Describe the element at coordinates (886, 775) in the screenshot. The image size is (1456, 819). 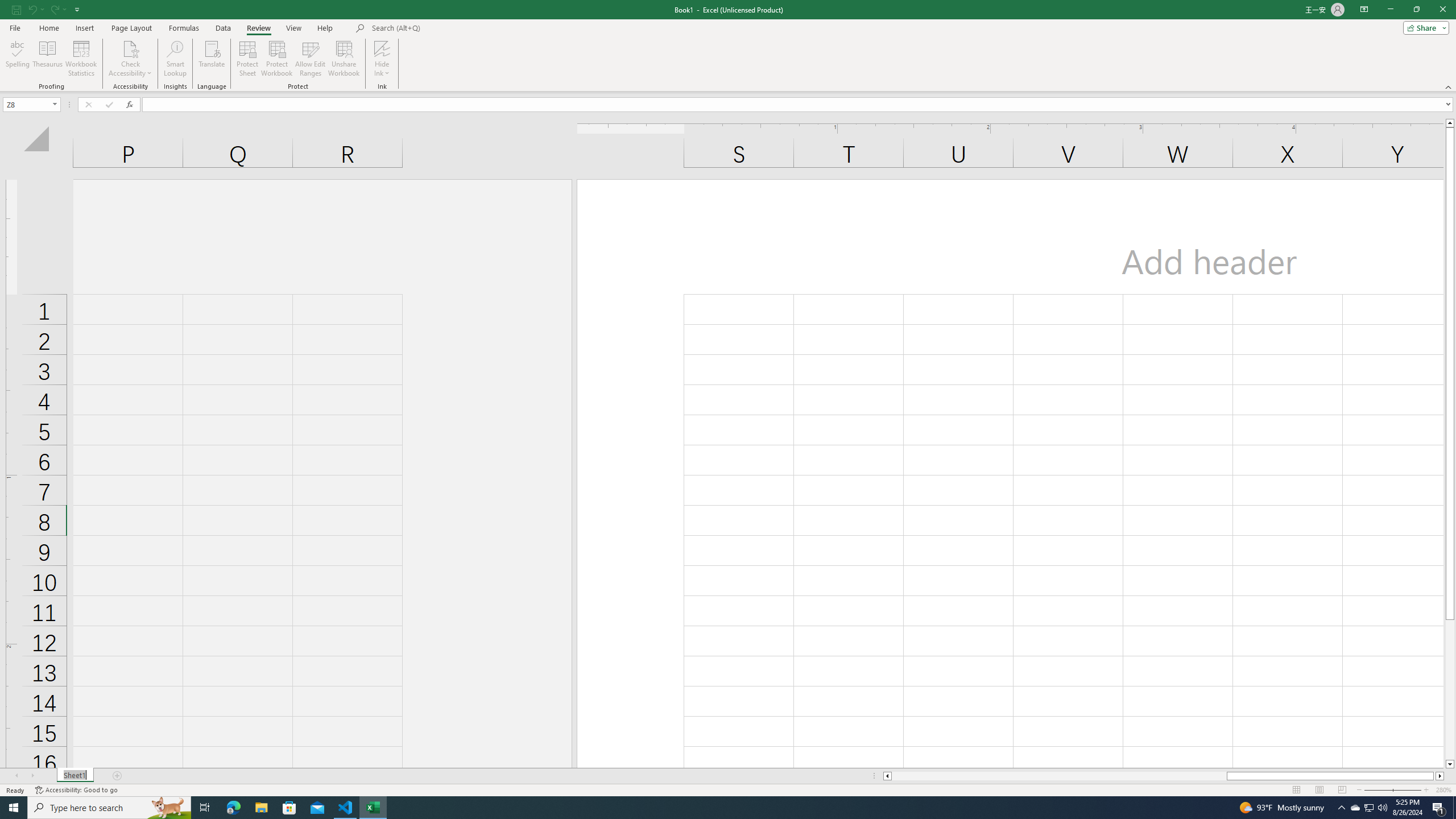
I see `'Column left'` at that location.